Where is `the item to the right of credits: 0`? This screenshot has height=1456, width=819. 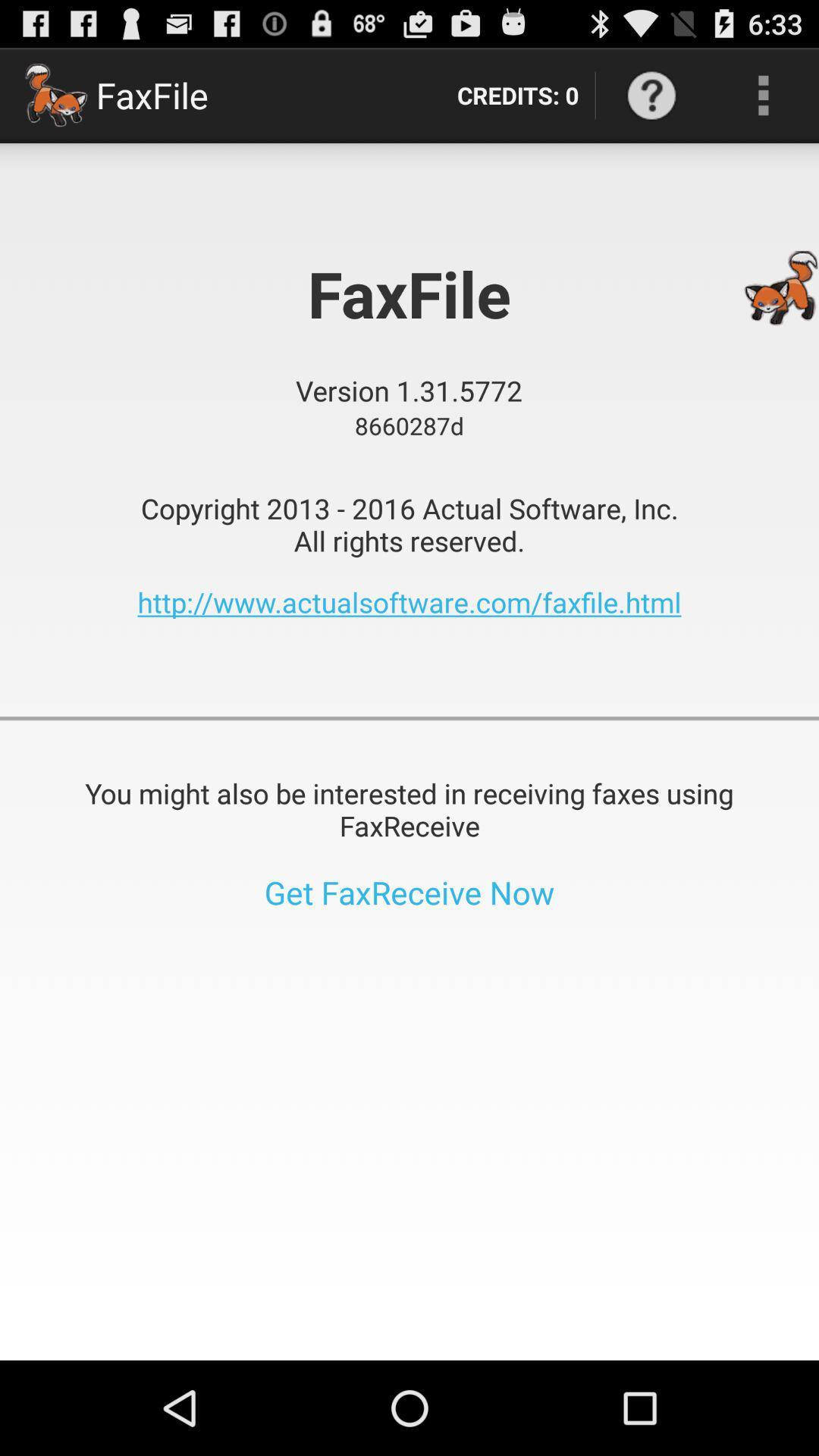
the item to the right of credits: 0 is located at coordinates (651, 94).